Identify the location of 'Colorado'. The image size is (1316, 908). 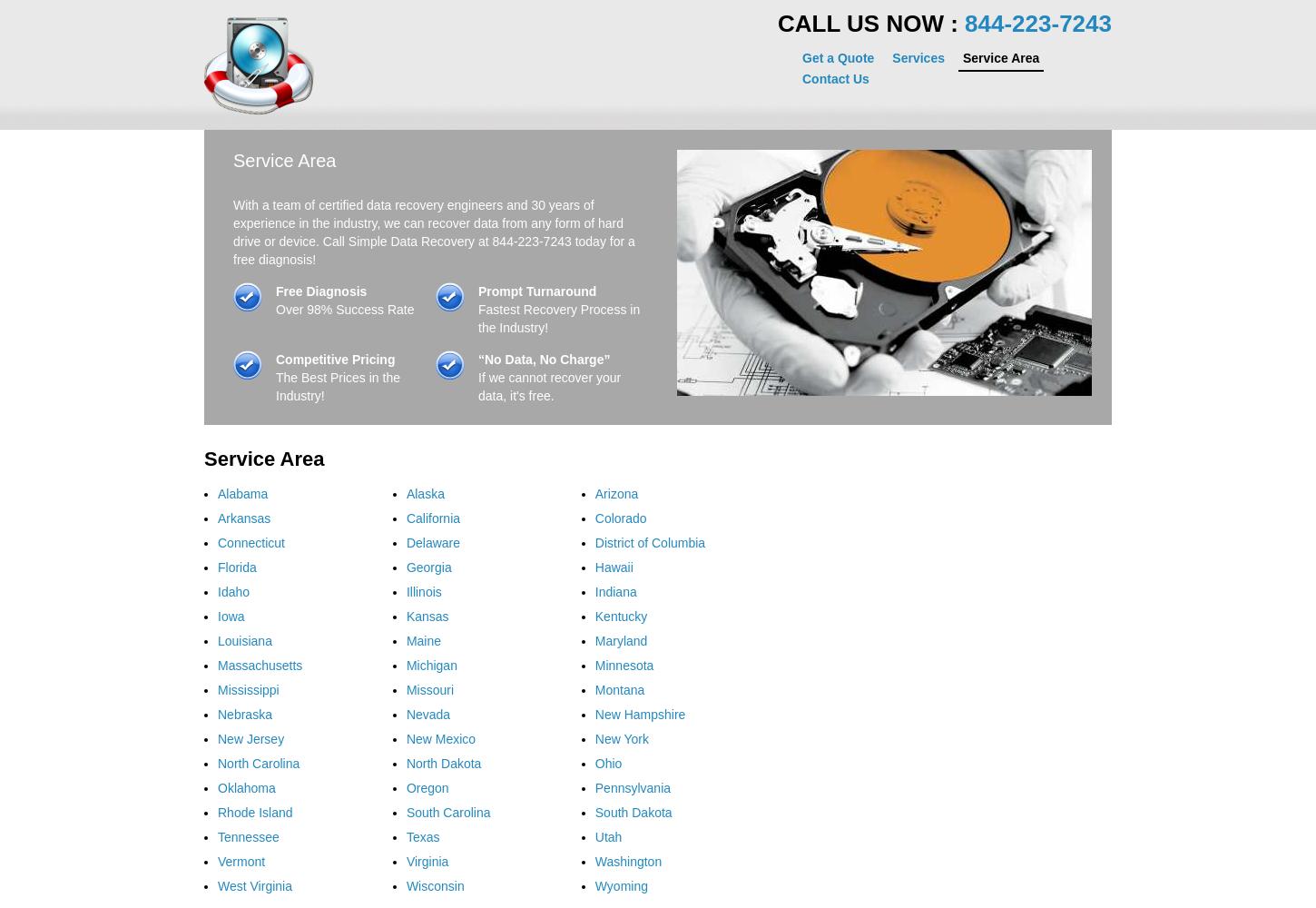
(619, 518).